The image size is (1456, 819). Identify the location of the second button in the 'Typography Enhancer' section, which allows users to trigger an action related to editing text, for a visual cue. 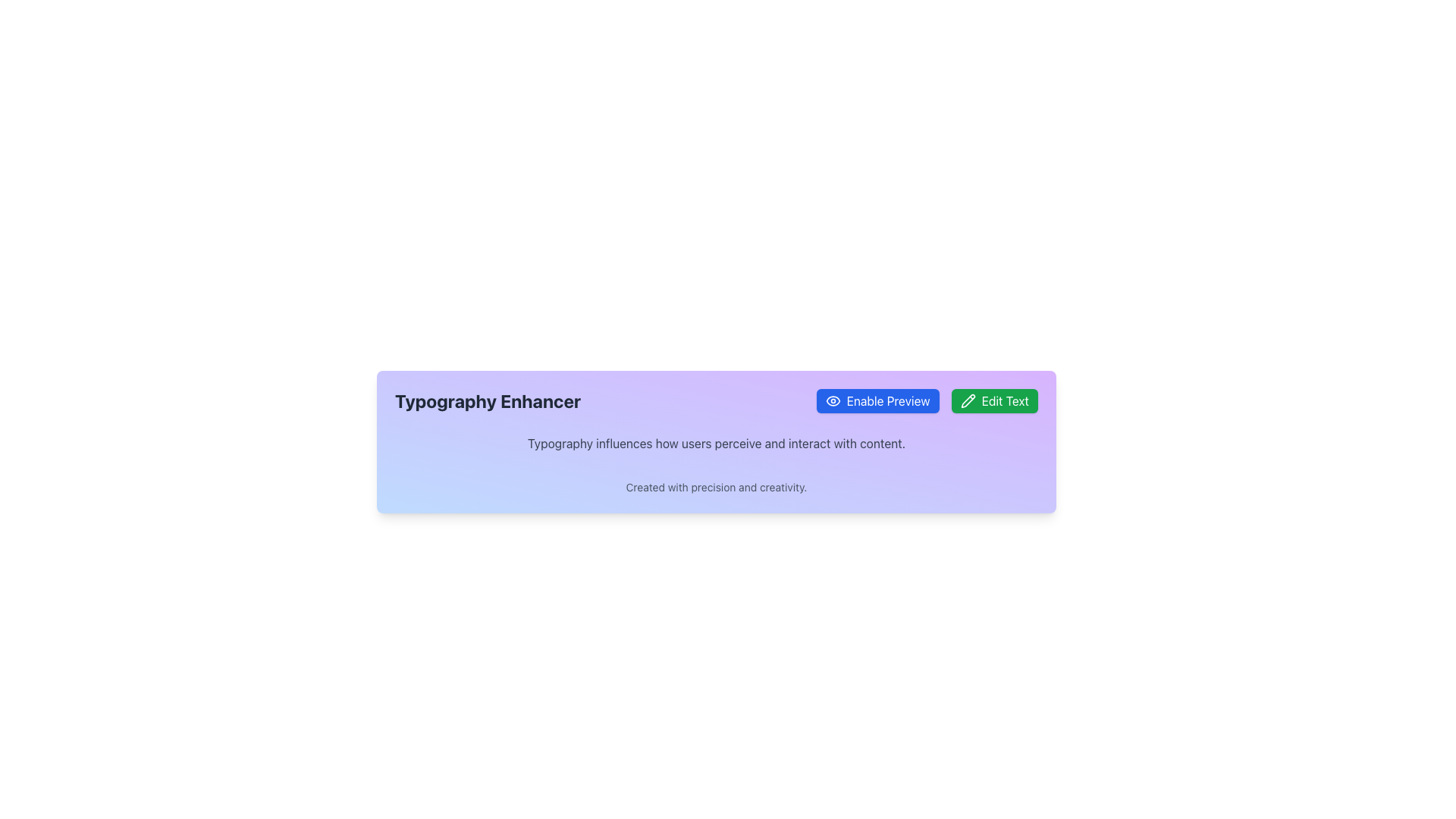
(994, 400).